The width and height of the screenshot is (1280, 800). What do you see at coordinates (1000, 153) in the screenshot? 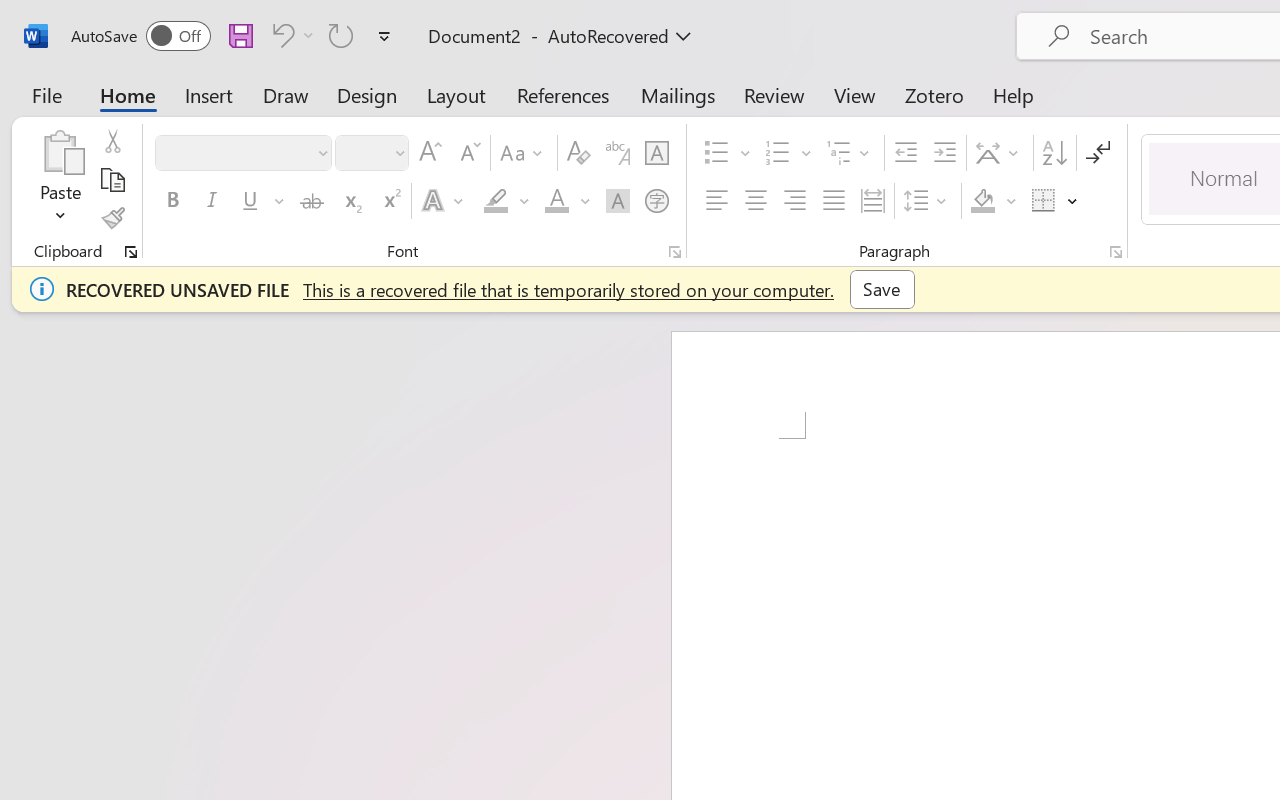
I see `'Asian Layout'` at bounding box center [1000, 153].